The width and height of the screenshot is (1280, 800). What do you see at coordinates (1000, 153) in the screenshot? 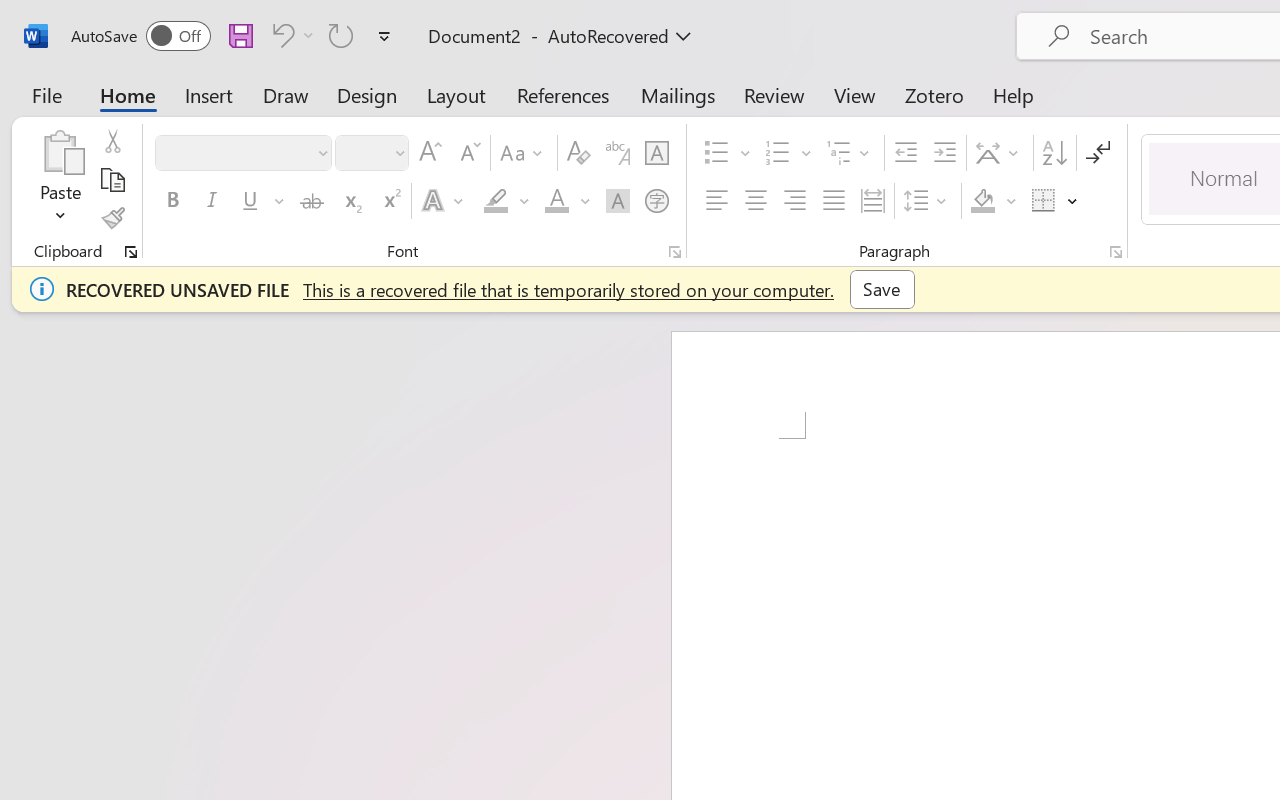
I see `'Asian Layout'` at bounding box center [1000, 153].